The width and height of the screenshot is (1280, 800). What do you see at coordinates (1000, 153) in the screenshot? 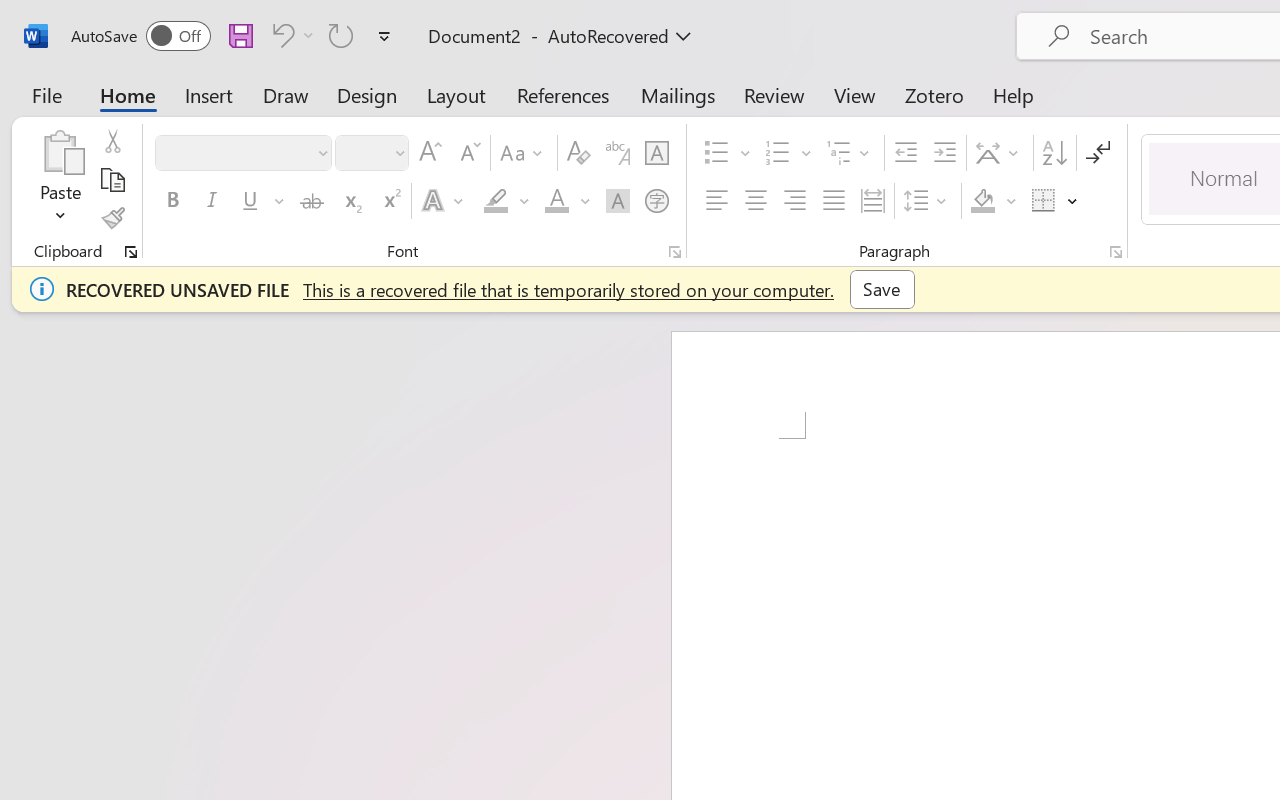
I see `'Asian Layout'` at bounding box center [1000, 153].